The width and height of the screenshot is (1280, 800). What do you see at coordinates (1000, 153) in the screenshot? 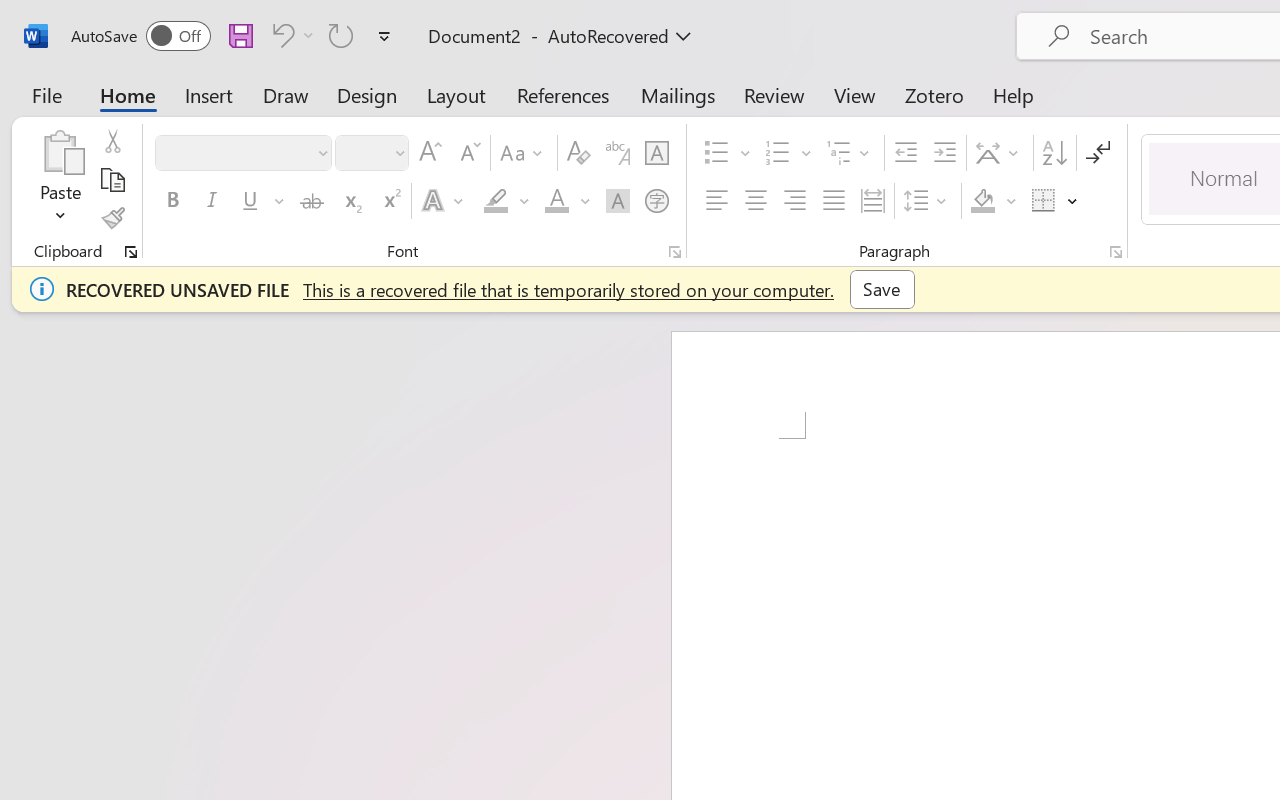
I see `'Asian Layout'` at bounding box center [1000, 153].